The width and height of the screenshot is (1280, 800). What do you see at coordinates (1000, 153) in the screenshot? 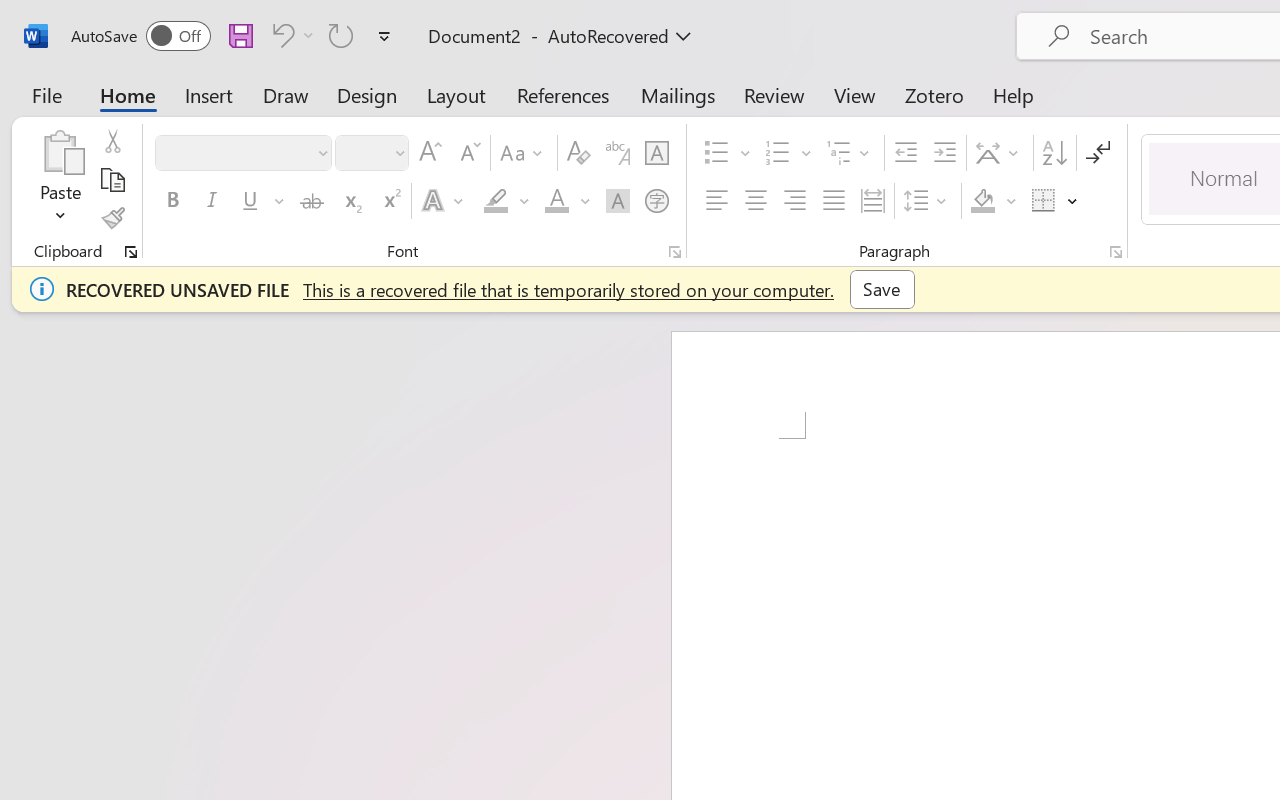
I see `'Asian Layout'` at bounding box center [1000, 153].